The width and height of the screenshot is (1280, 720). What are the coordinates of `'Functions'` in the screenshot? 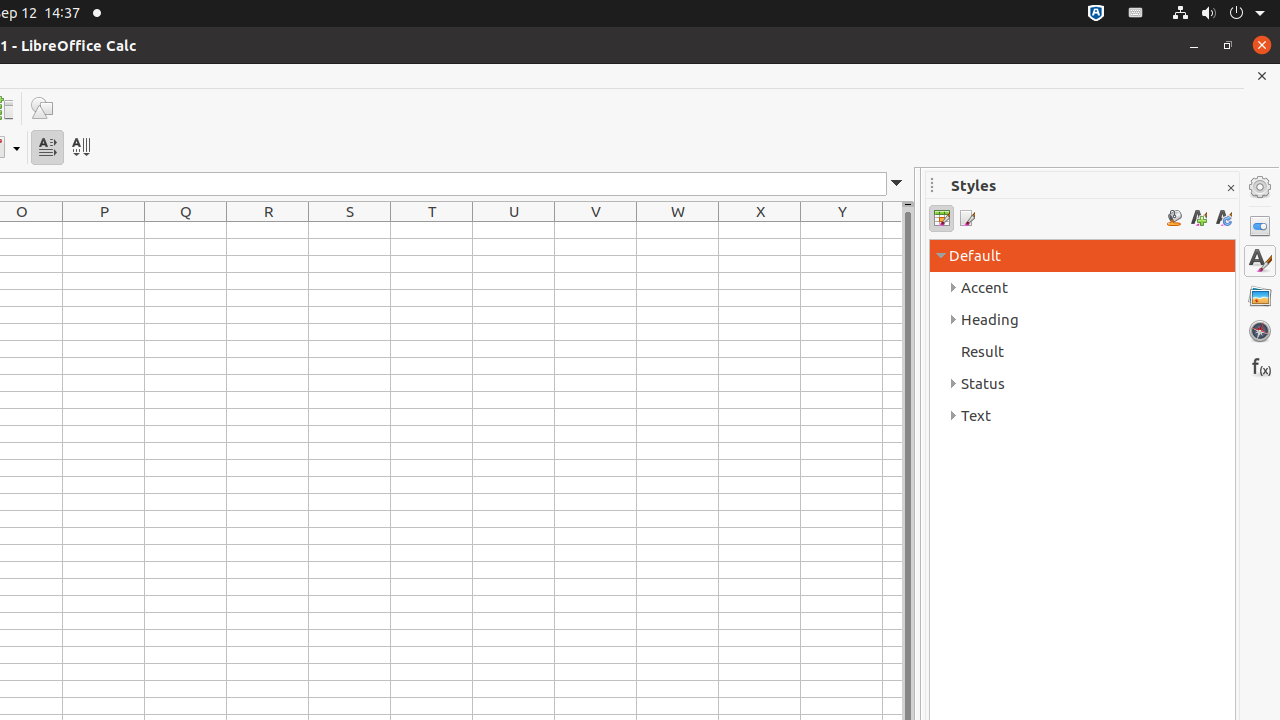 It's located at (1259, 365).